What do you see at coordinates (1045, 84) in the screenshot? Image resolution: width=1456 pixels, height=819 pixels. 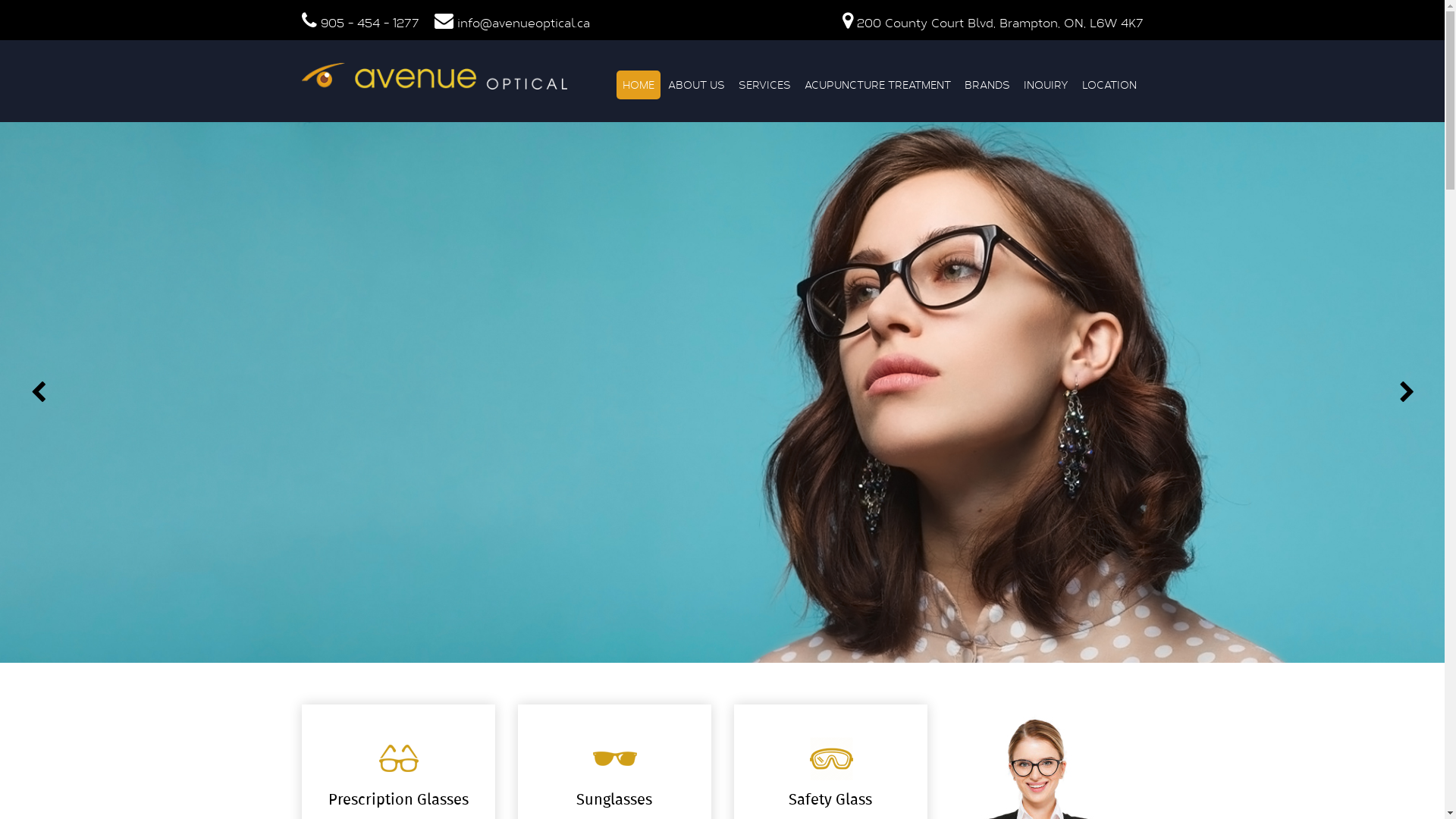 I see `'INQUIRY'` at bounding box center [1045, 84].